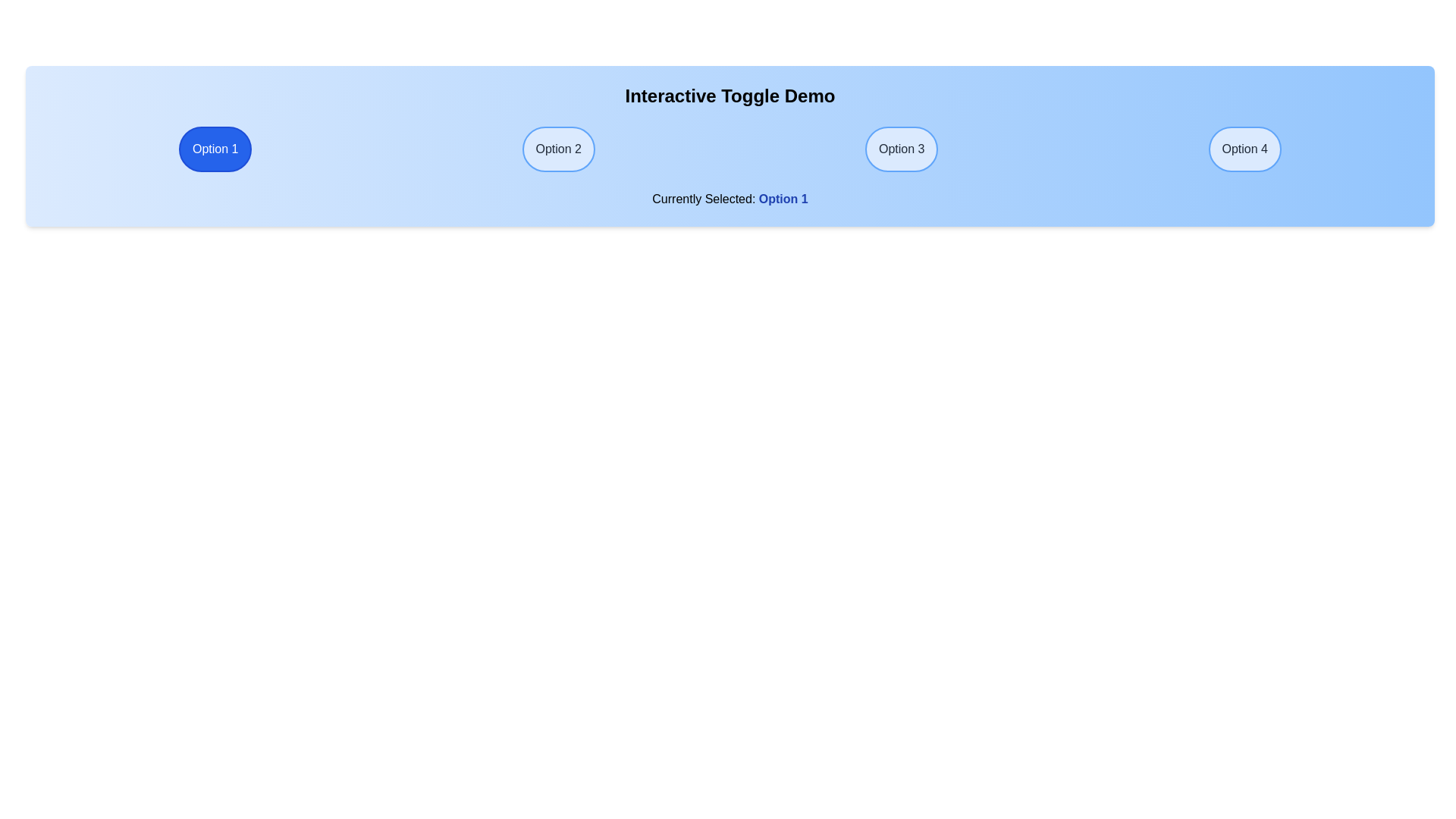 The image size is (1456, 819). I want to click on the option Option 4 to select it, so click(1244, 149).